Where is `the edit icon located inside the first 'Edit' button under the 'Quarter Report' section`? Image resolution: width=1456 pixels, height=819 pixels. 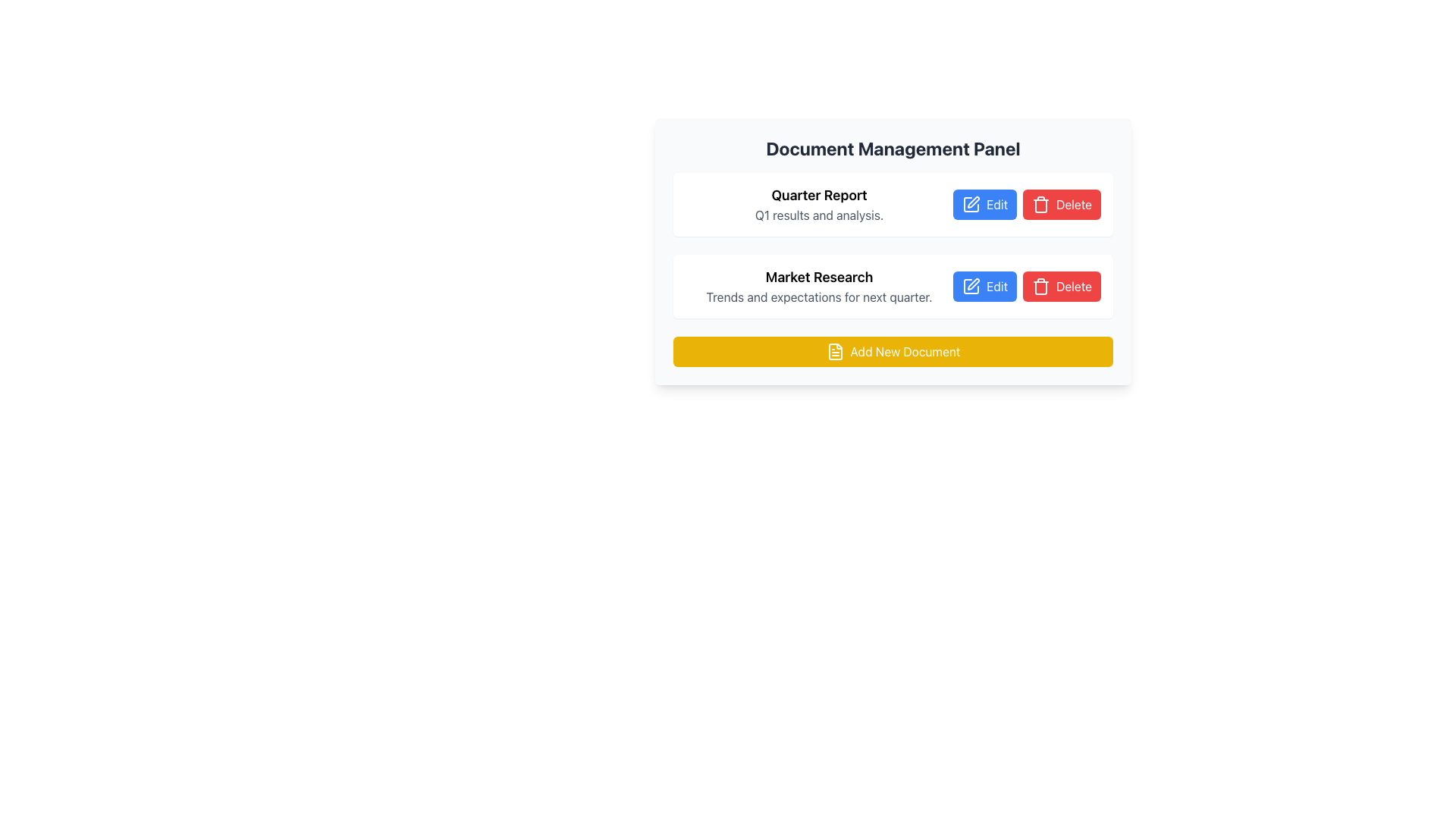
the edit icon located inside the first 'Edit' button under the 'Quarter Report' section is located at coordinates (973, 201).